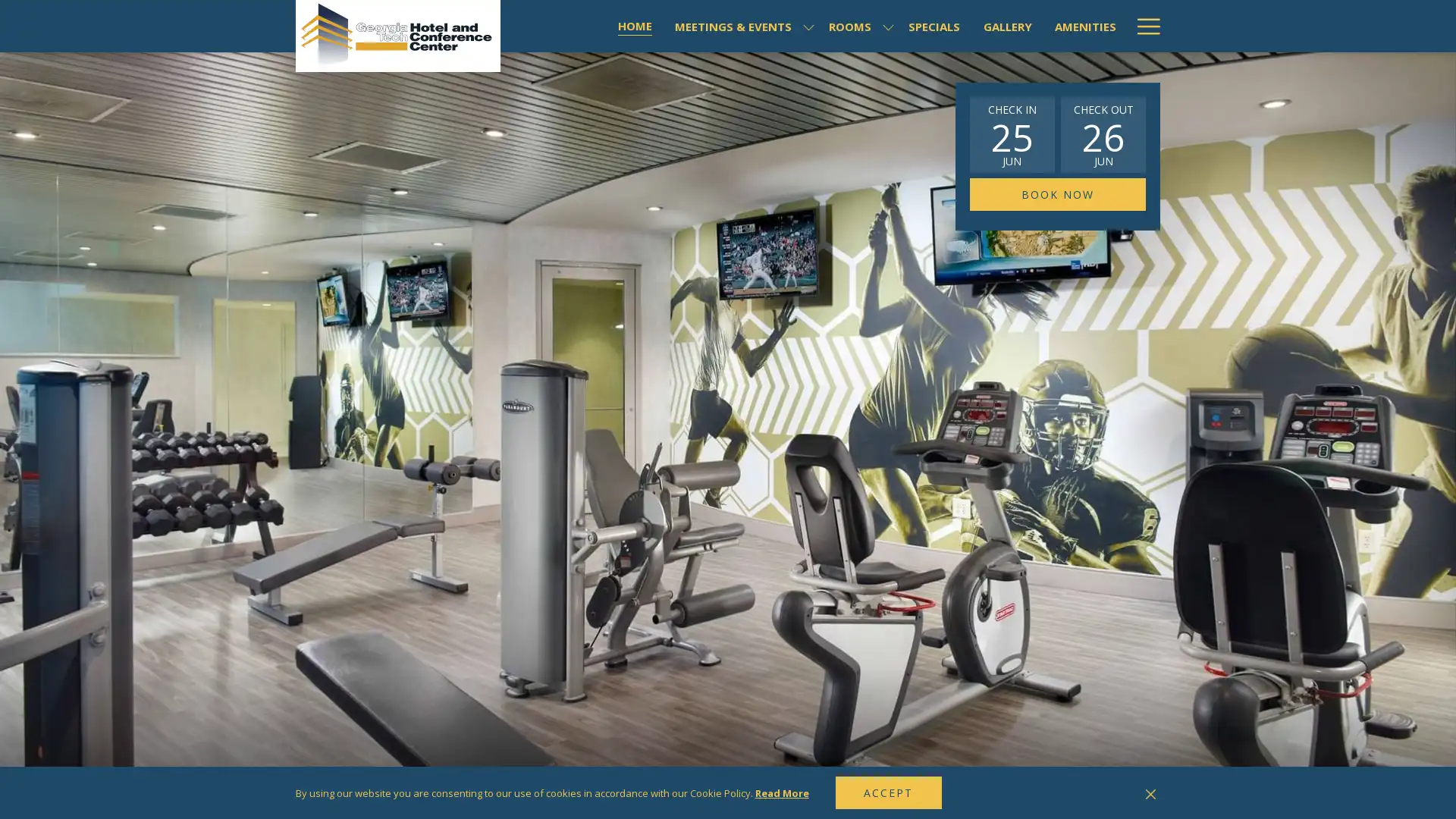 The image size is (1456, 819). What do you see at coordinates (1114, 794) in the screenshot?
I see `Go to previous slideshow element` at bounding box center [1114, 794].